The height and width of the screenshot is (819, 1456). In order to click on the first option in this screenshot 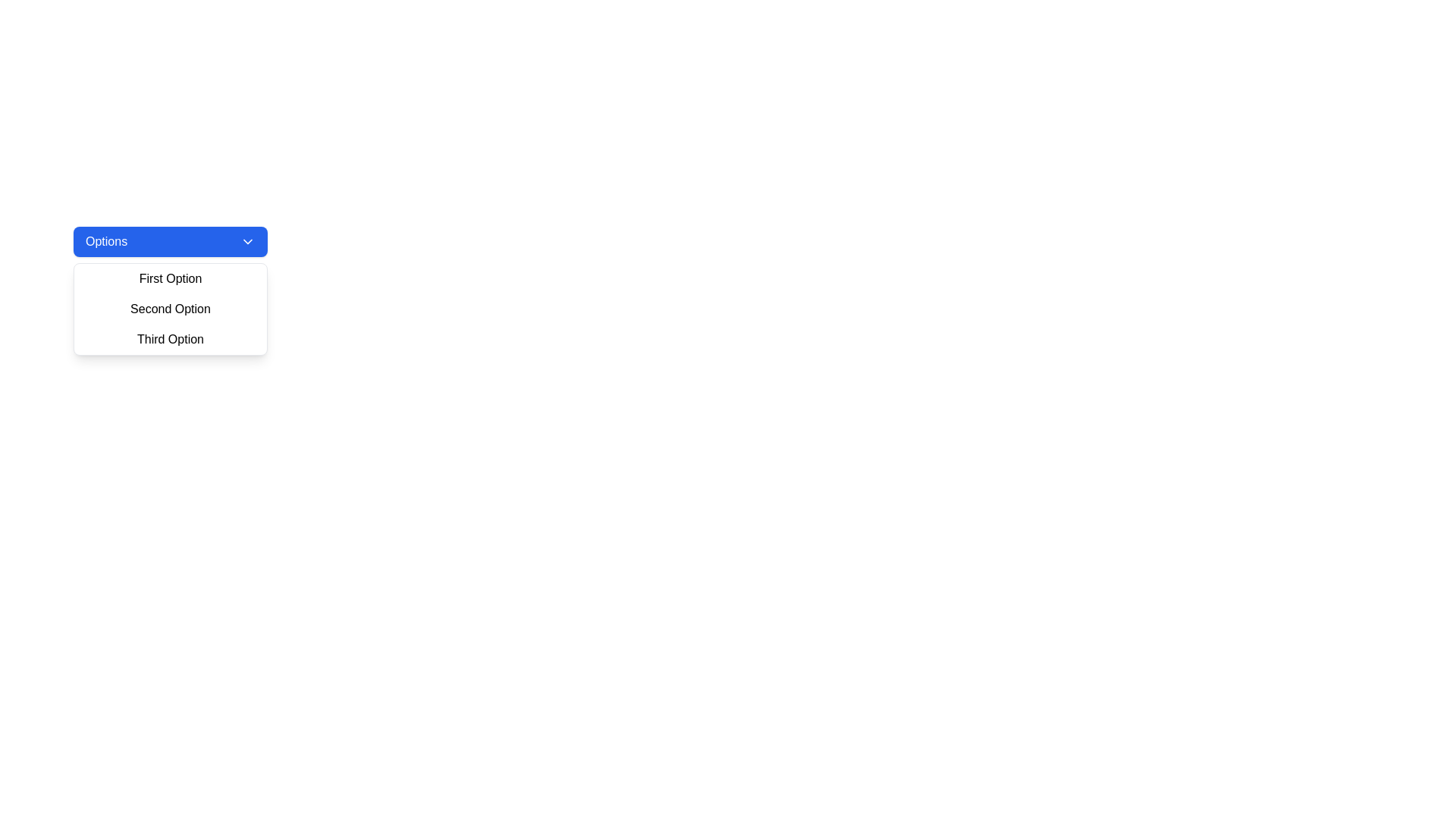, I will do `click(171, 278)`.